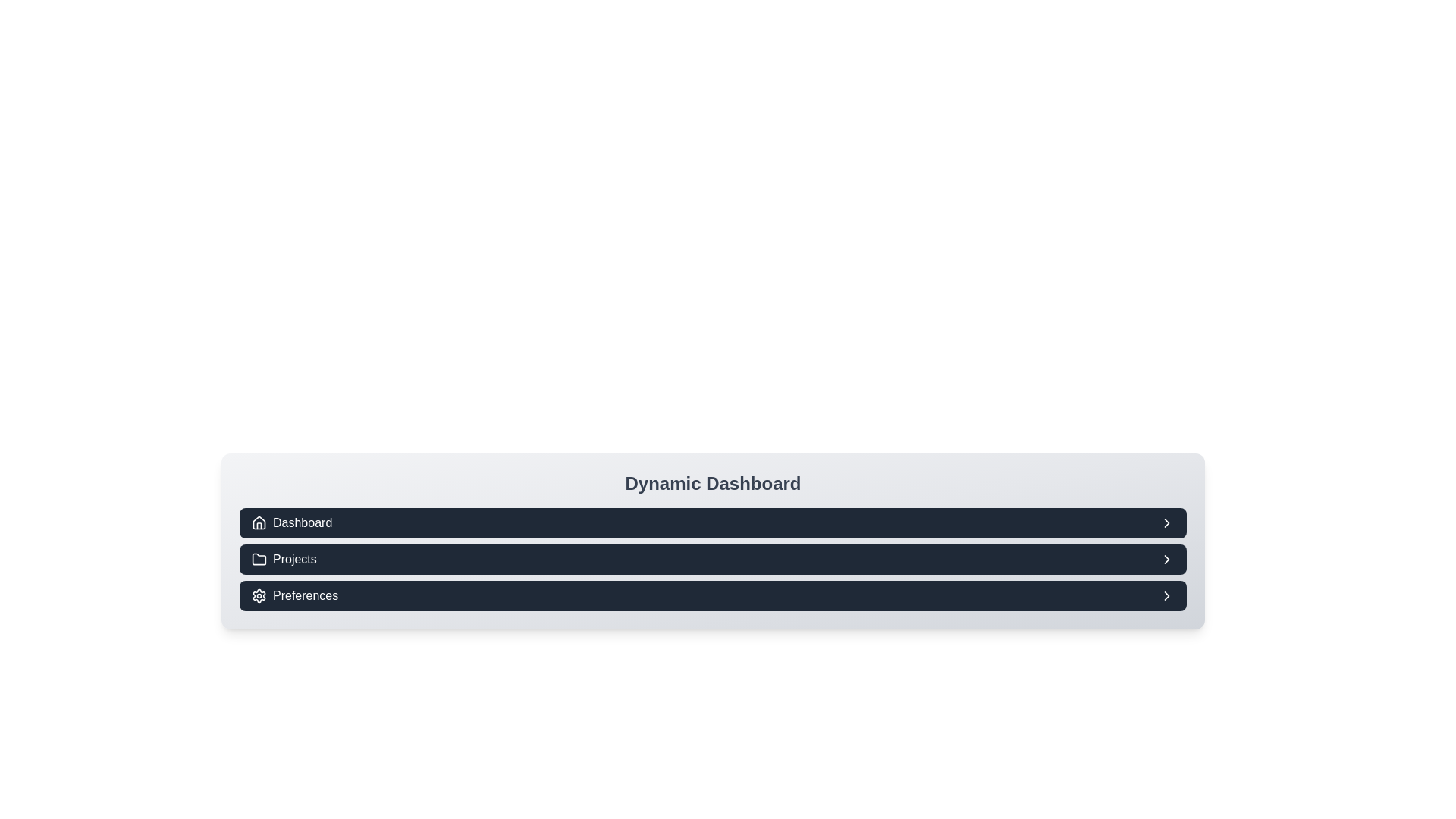 The image size is (1456, 819). What do you see at coordinates (259, 595) in the screenshot?
I see `the settings icon located at the top-left corner of the 'Preferences' list item, just before the text 'Preferences'` at bounding box center [259, 595].